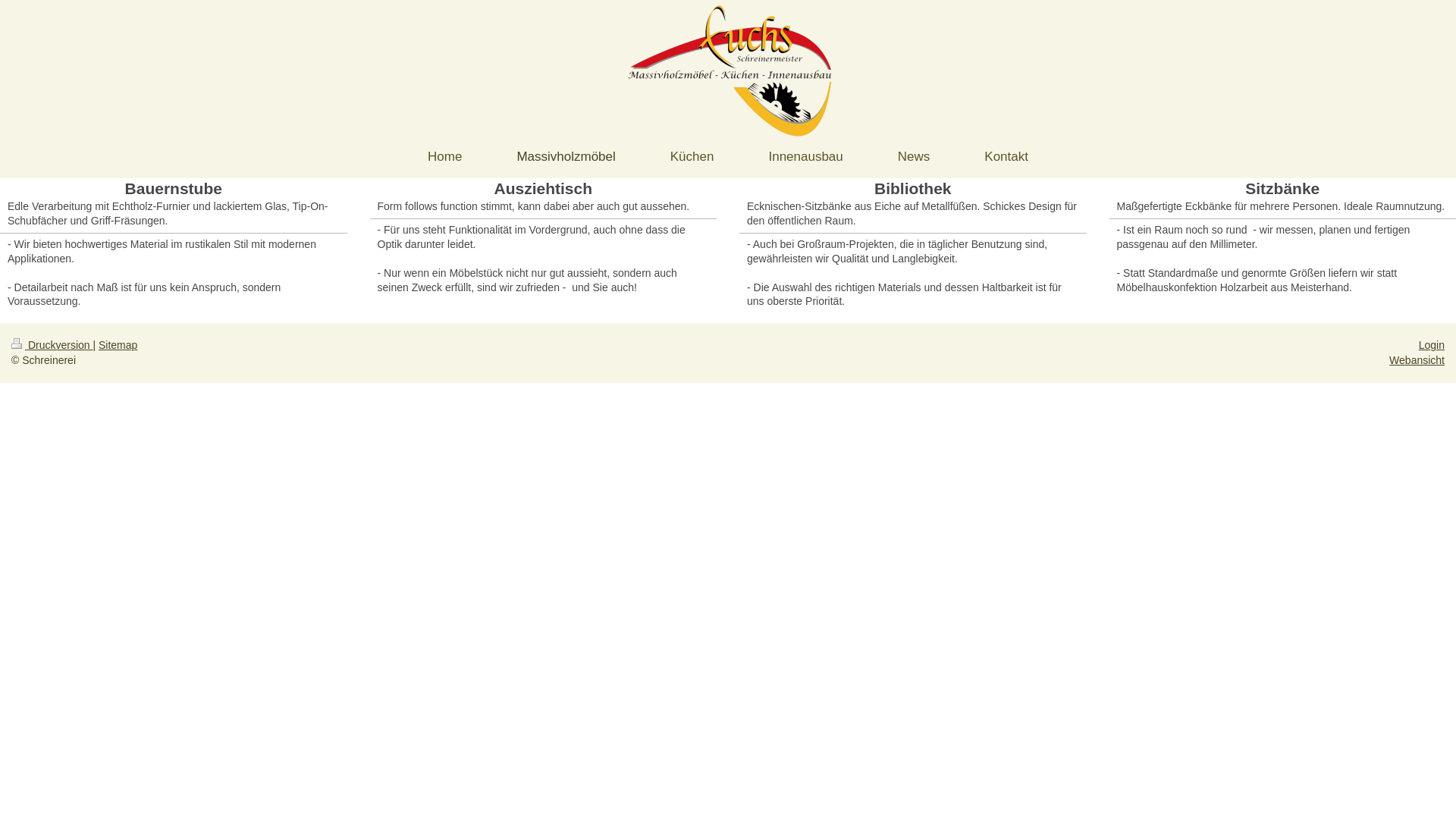 This screenshot has width=1456, height=819. I want to click on 'Login', so click(1430, 345).